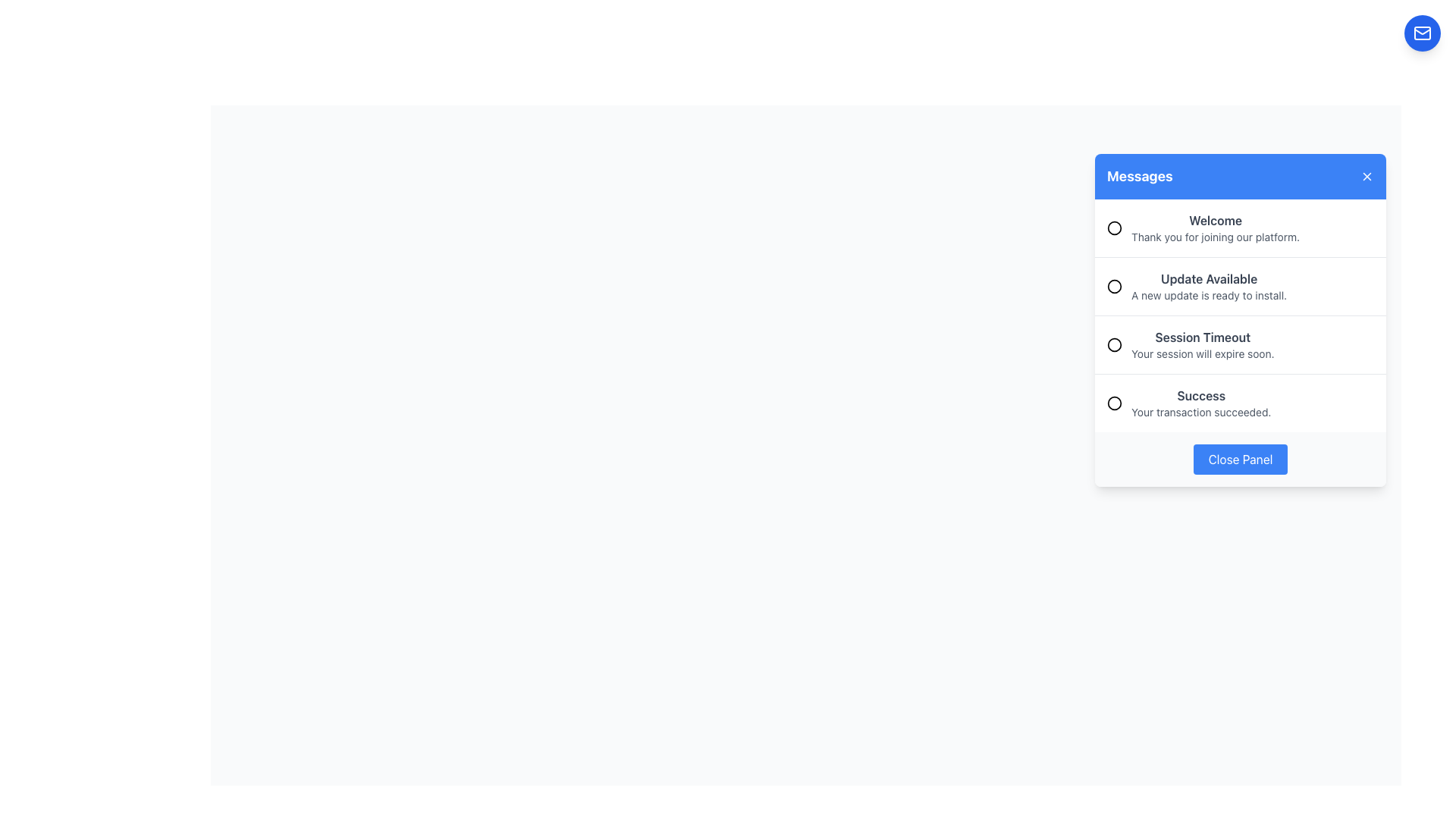  Describe the element at coordinates (1200, 412) in the screenshot. I see `the confirmation message Text Label located beneath the 'Success' text in the 'Messages' panel` at that location.